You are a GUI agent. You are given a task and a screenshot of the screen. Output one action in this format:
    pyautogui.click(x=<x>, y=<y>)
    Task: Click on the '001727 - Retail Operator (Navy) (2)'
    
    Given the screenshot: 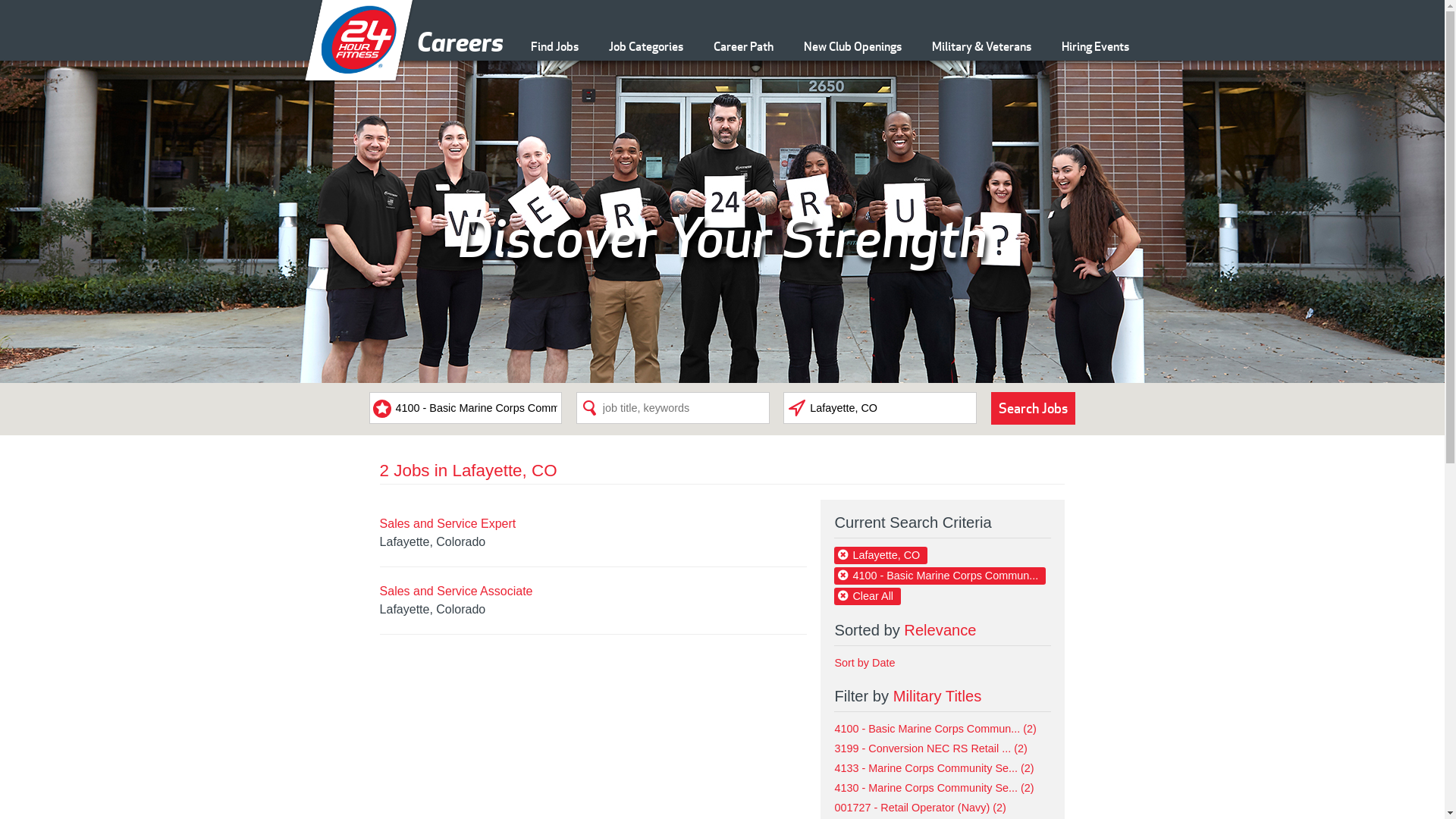 What is the action you would take?
    pyautogui.click(x=919, y=806)
    